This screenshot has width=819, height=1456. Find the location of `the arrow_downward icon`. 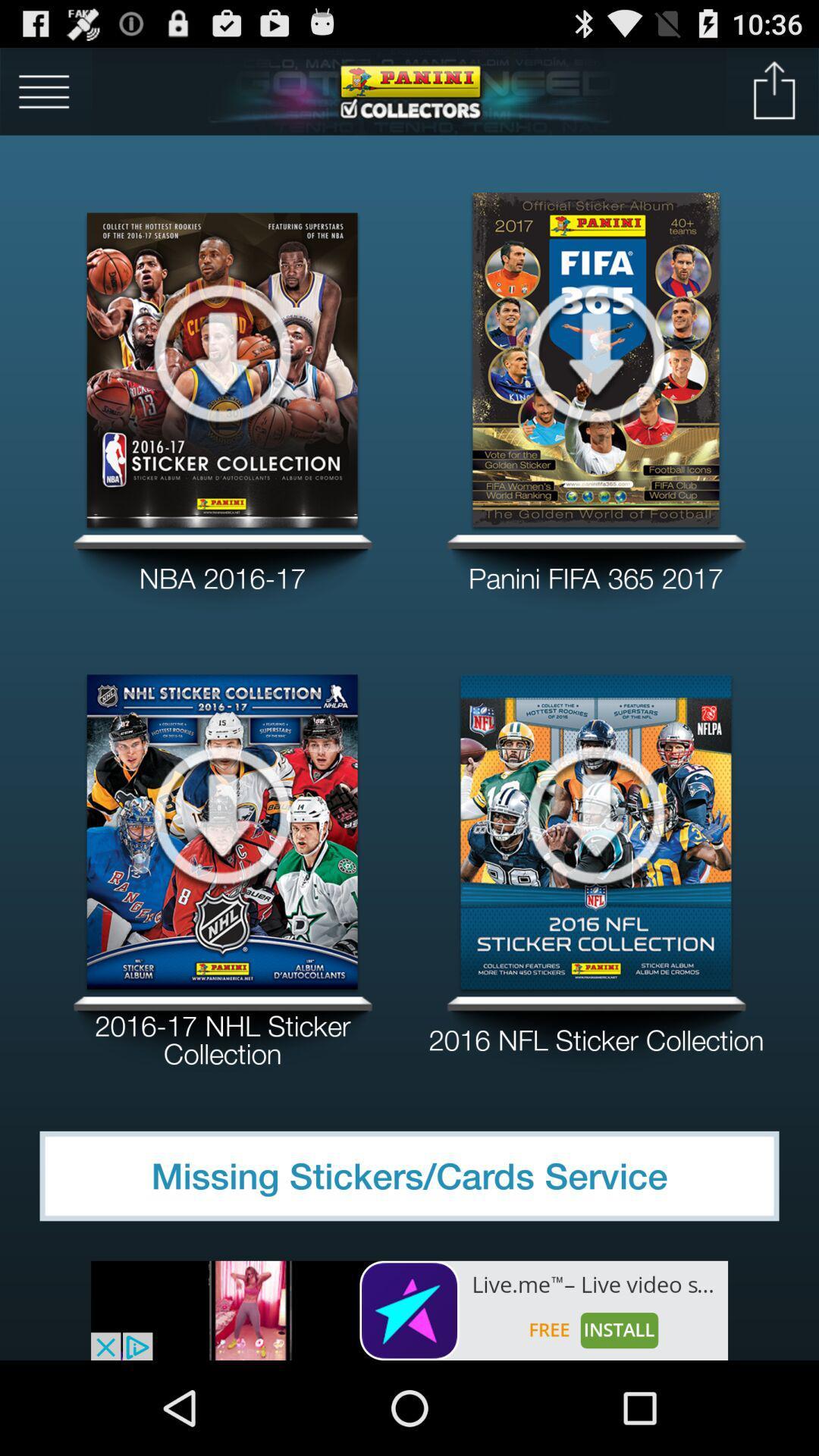

the arrow_downward icon is located at coordinates (595, 871).